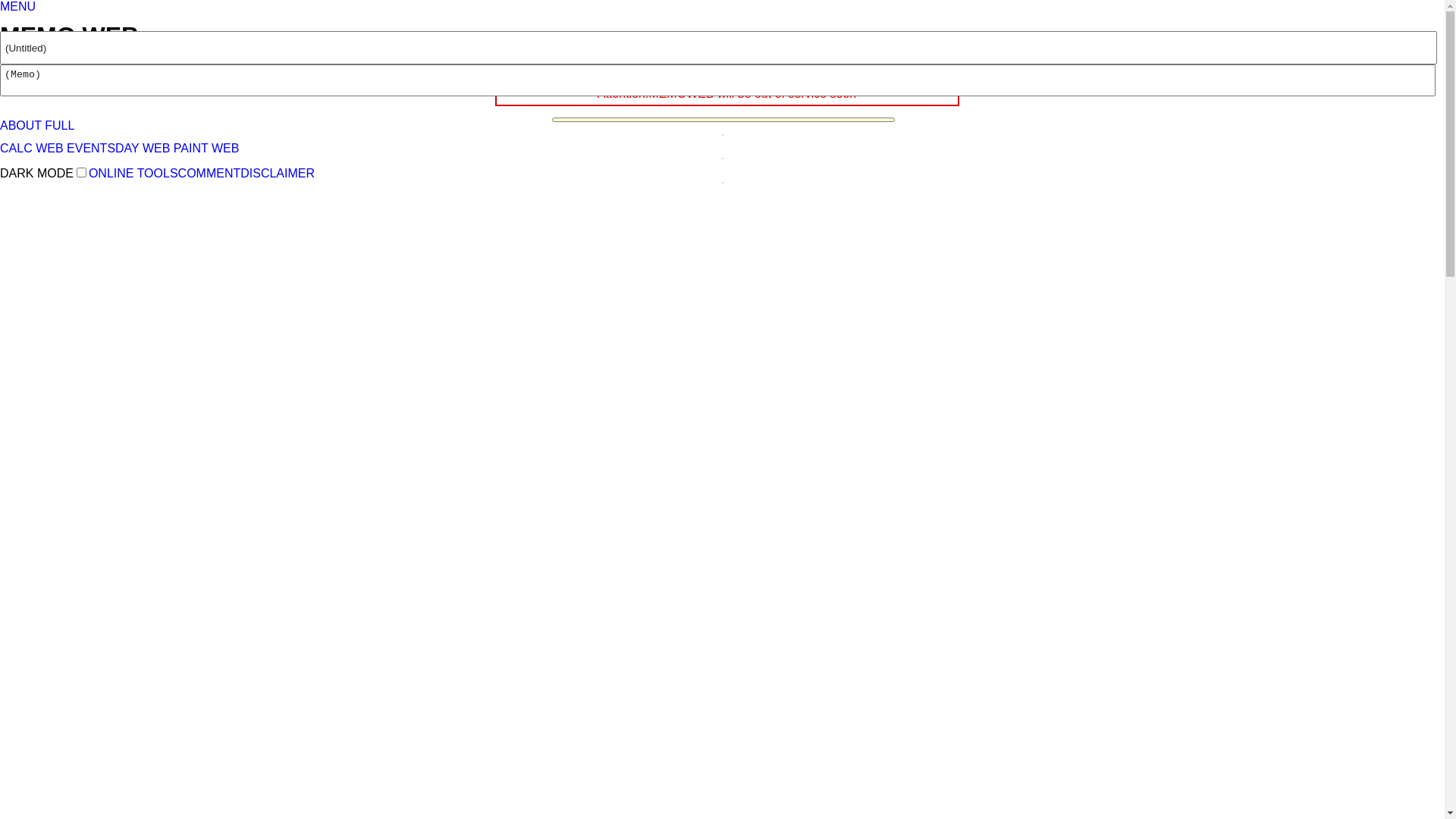 The image size is (1456, 819). Describe the element at coordinates (17, 6) in the screenshot. I see `'MENU'` at that location.